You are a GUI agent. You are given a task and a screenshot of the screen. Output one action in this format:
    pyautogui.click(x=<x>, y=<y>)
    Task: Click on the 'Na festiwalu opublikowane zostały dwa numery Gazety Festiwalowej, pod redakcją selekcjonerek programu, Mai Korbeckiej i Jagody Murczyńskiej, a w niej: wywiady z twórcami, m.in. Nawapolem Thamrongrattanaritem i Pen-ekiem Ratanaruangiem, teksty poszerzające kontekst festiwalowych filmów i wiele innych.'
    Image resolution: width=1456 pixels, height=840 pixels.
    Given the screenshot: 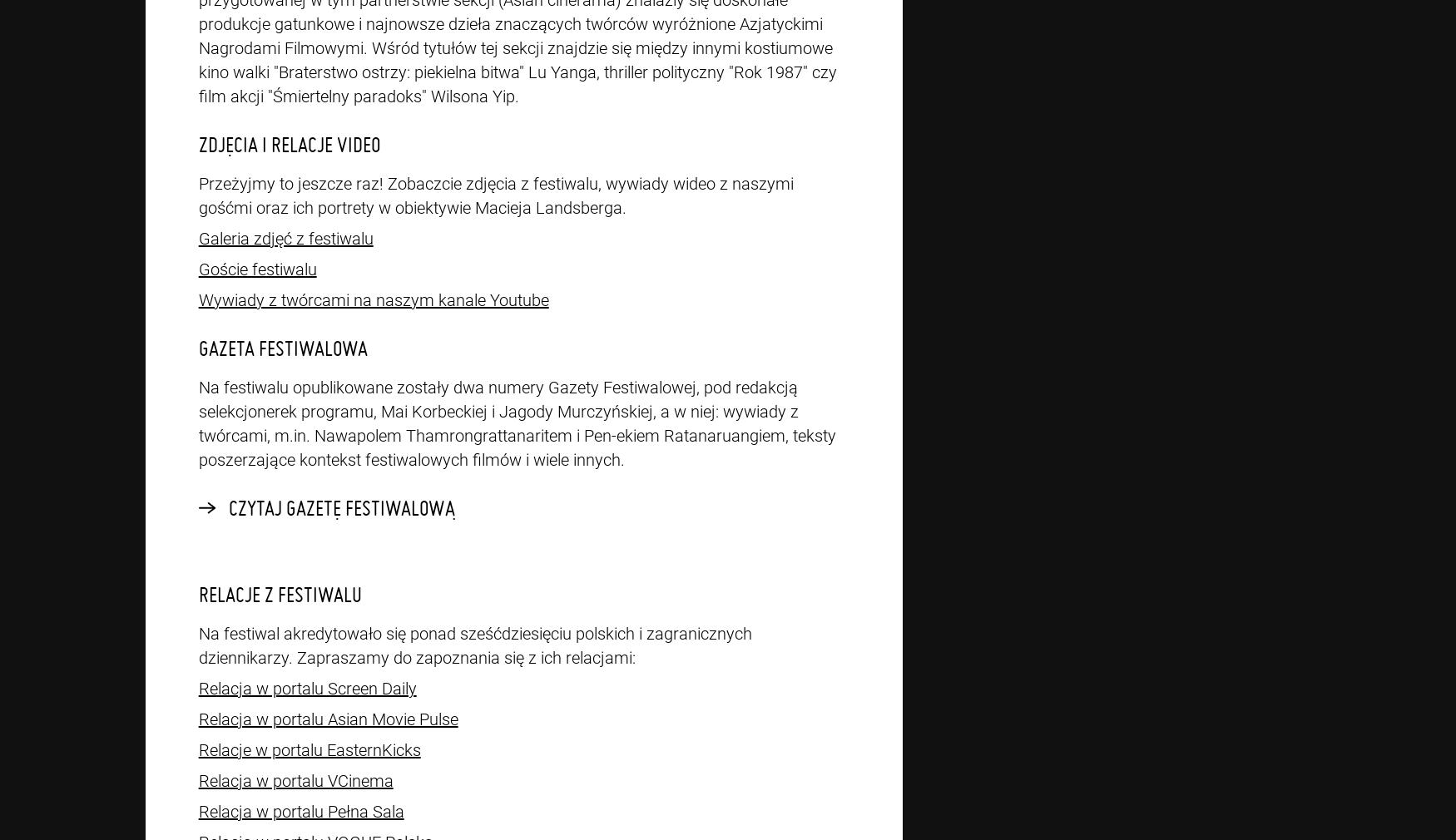 What is the action you would take?
    pyautogui.click(x=517, y=422)
    